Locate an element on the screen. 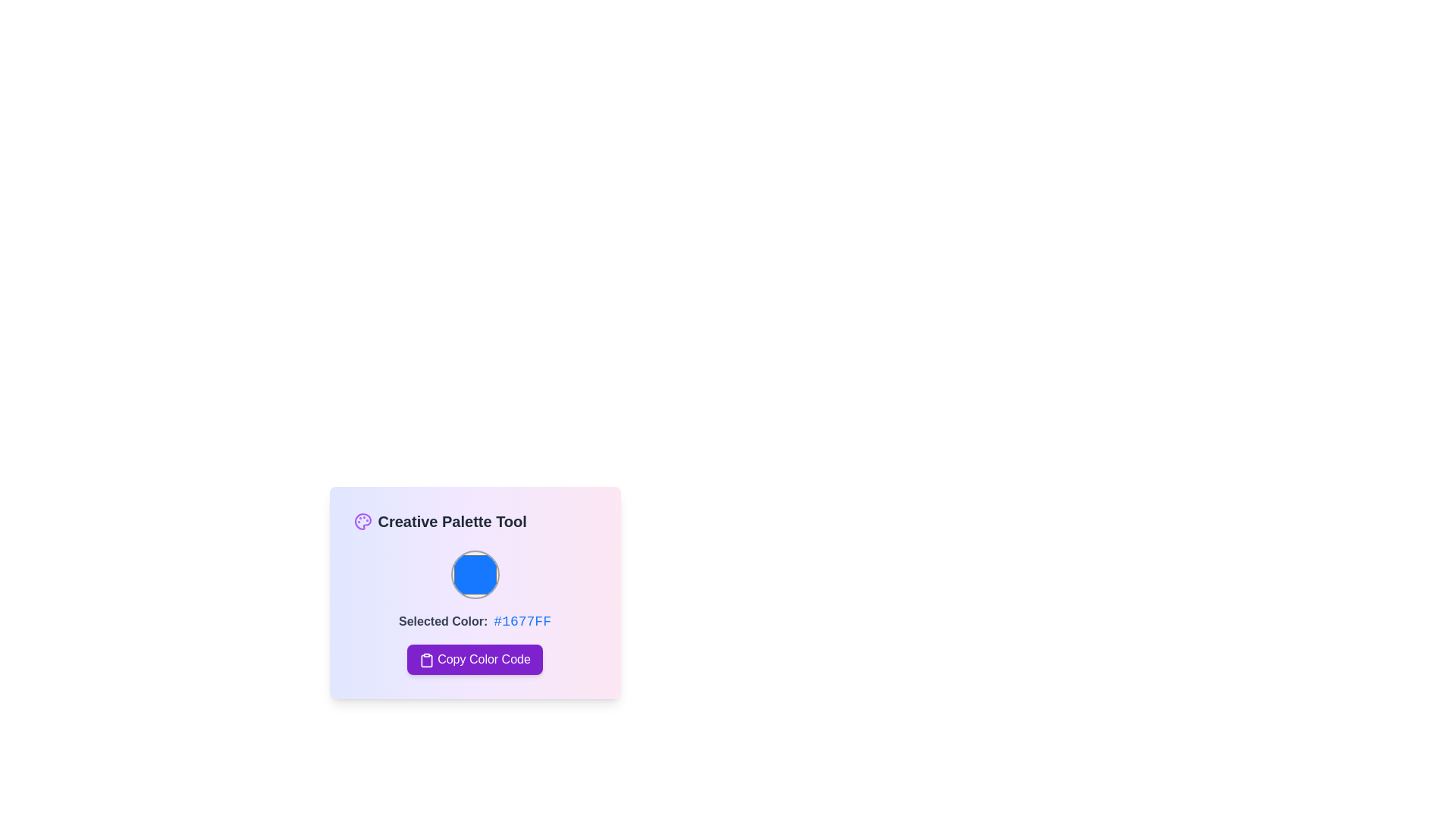 The width and height of the screenshot is (1456, 819). the text component displaying the value '#1677FF', which is styled in blue and indicates the selected color, located immediately to the right of the label 'Selected Color:' is located at coordinates (522, 622).